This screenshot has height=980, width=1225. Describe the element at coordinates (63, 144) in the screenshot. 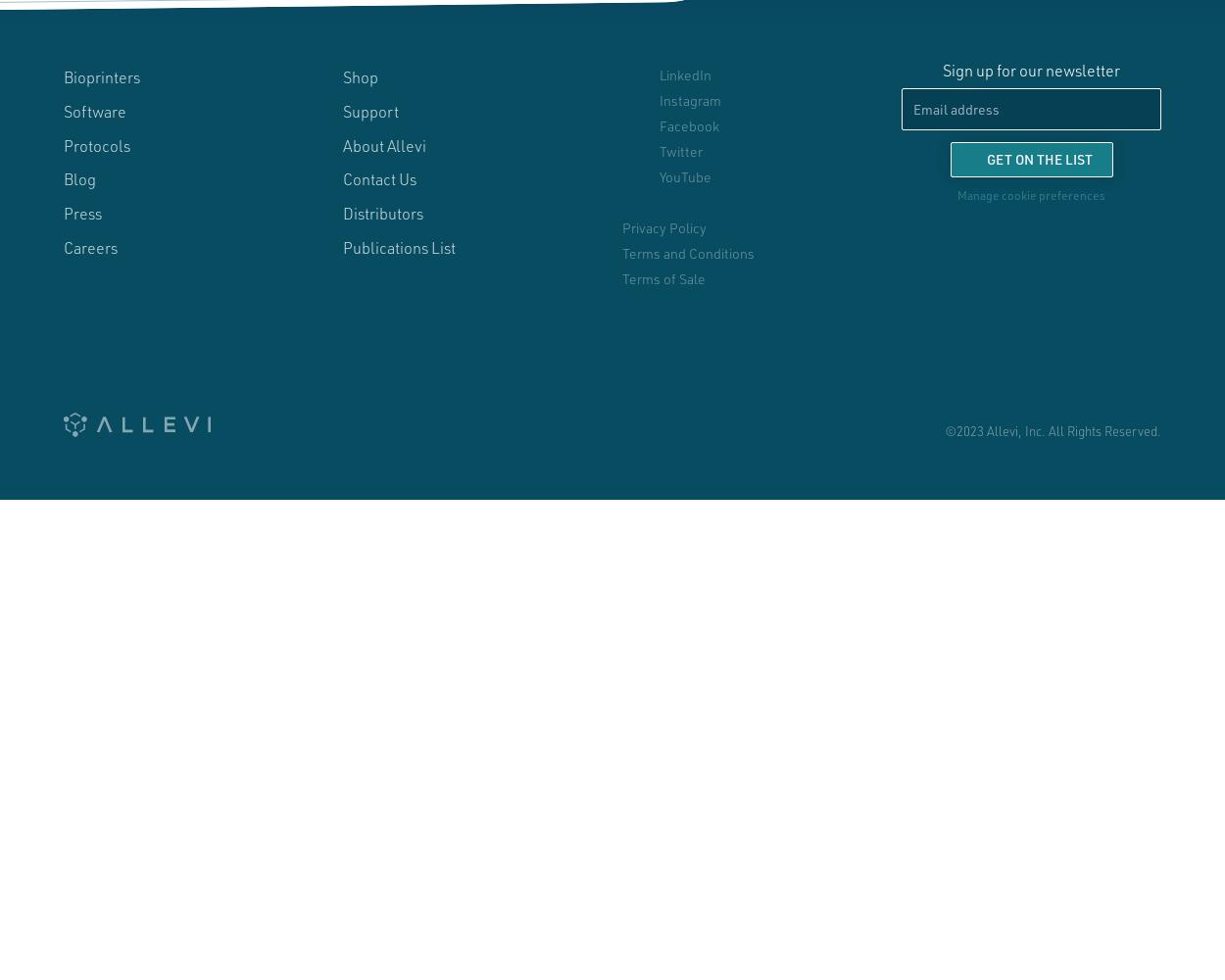

I see `'Protocols'` at that location.